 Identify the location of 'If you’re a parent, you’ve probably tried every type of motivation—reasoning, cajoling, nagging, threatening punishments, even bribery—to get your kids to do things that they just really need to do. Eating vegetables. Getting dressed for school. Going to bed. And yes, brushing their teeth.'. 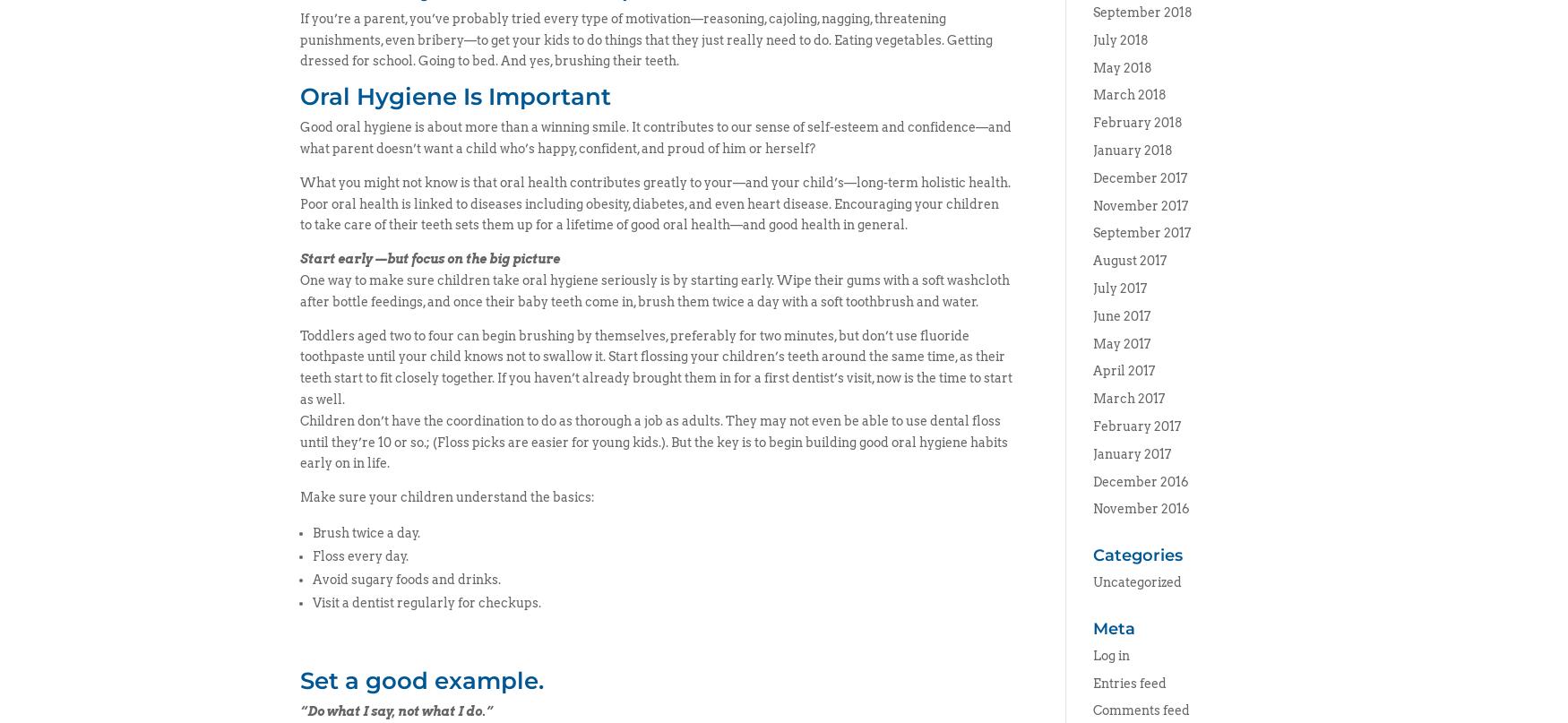
(646, 39).